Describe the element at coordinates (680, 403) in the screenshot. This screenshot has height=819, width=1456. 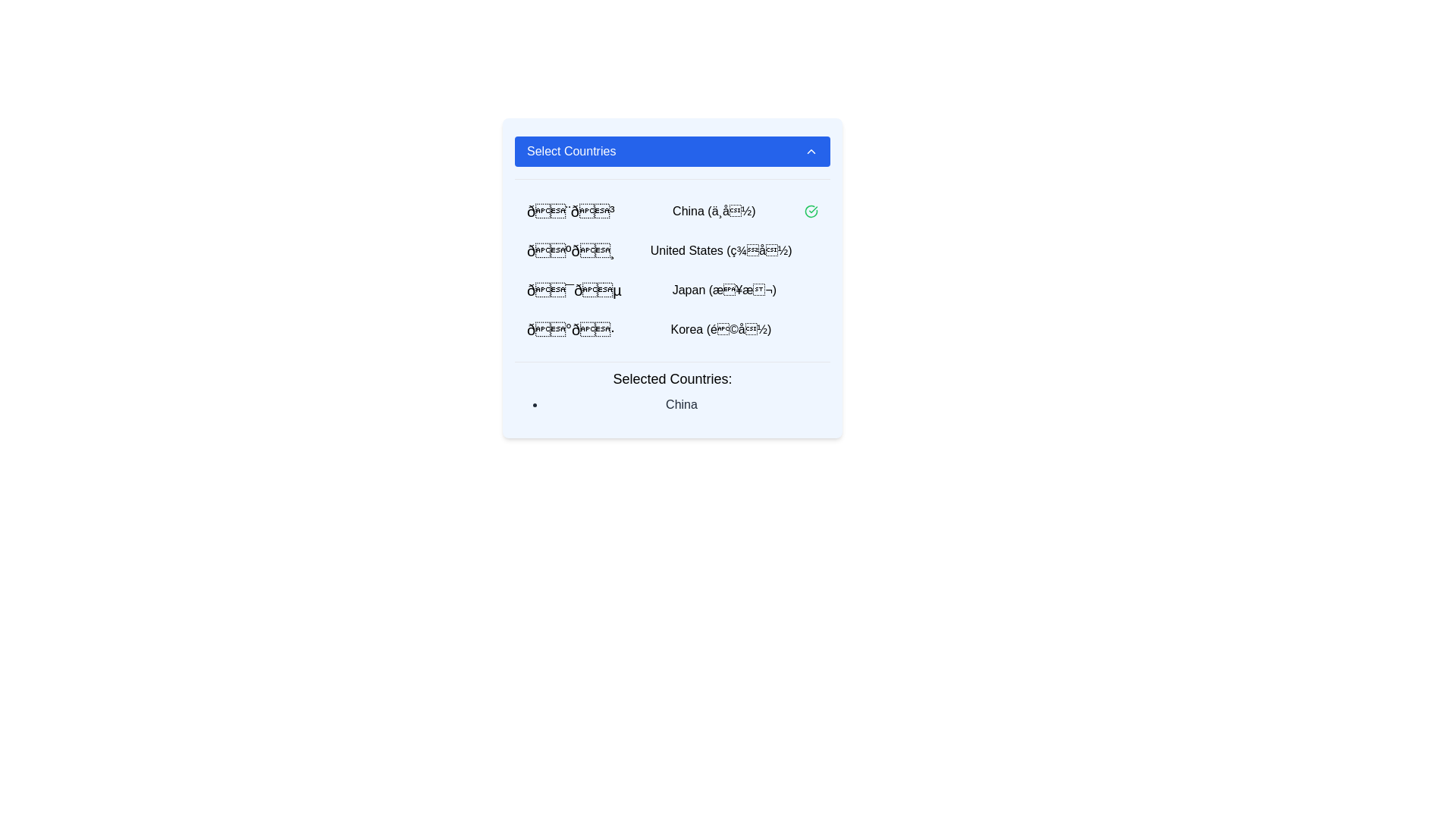
I see `the text label that indicates the selected country in the dropdown or list interface, positioned beneath the 'Selected Countries:' heading` at that location.